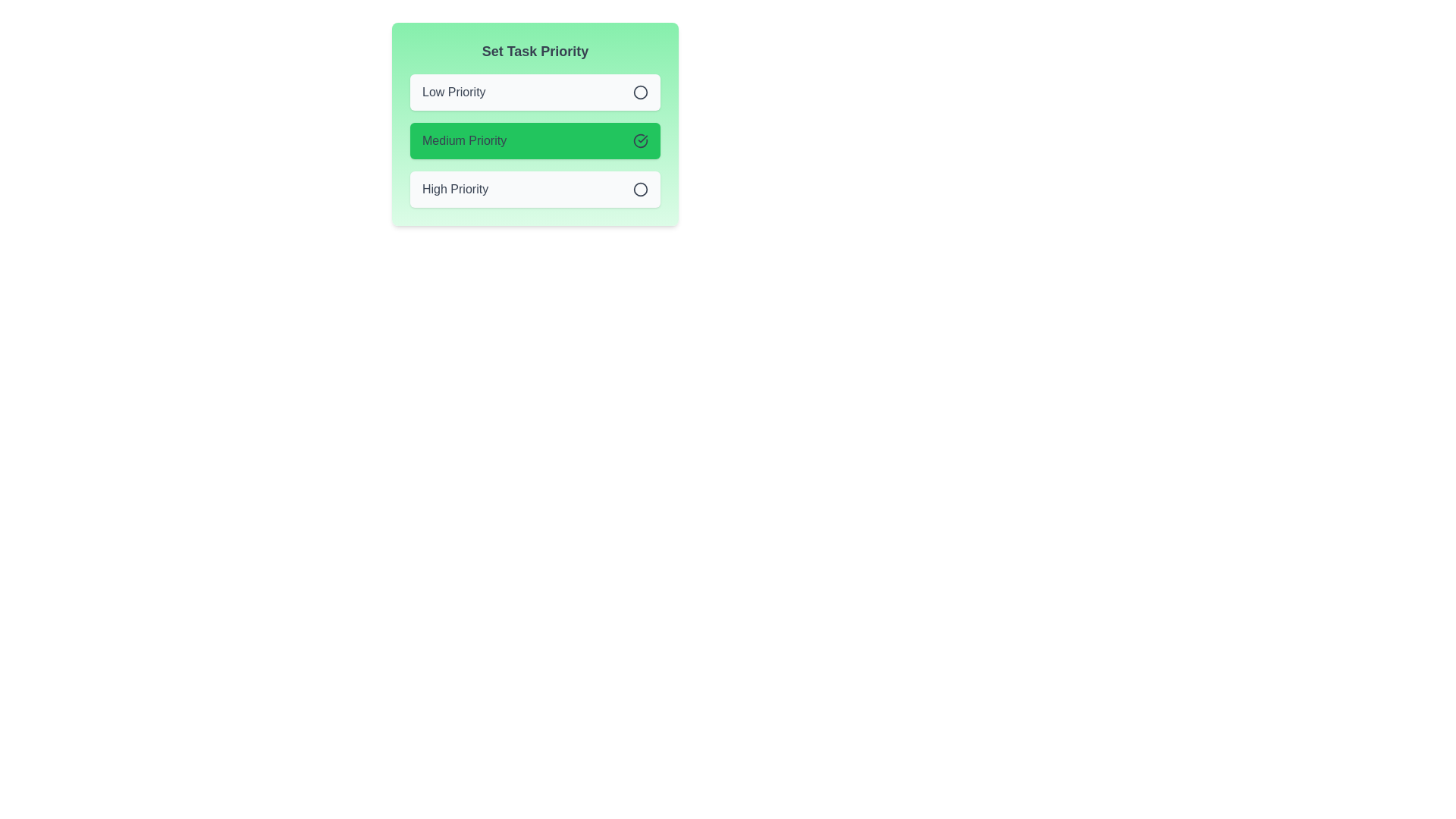 The width and height of the screenshot is (1456, 819). What do you see at coordinates (640, 91) in the screenshot?
I see `the circular outline indicator next to the 'Low Priority' label` at bounding box center [640, 91].